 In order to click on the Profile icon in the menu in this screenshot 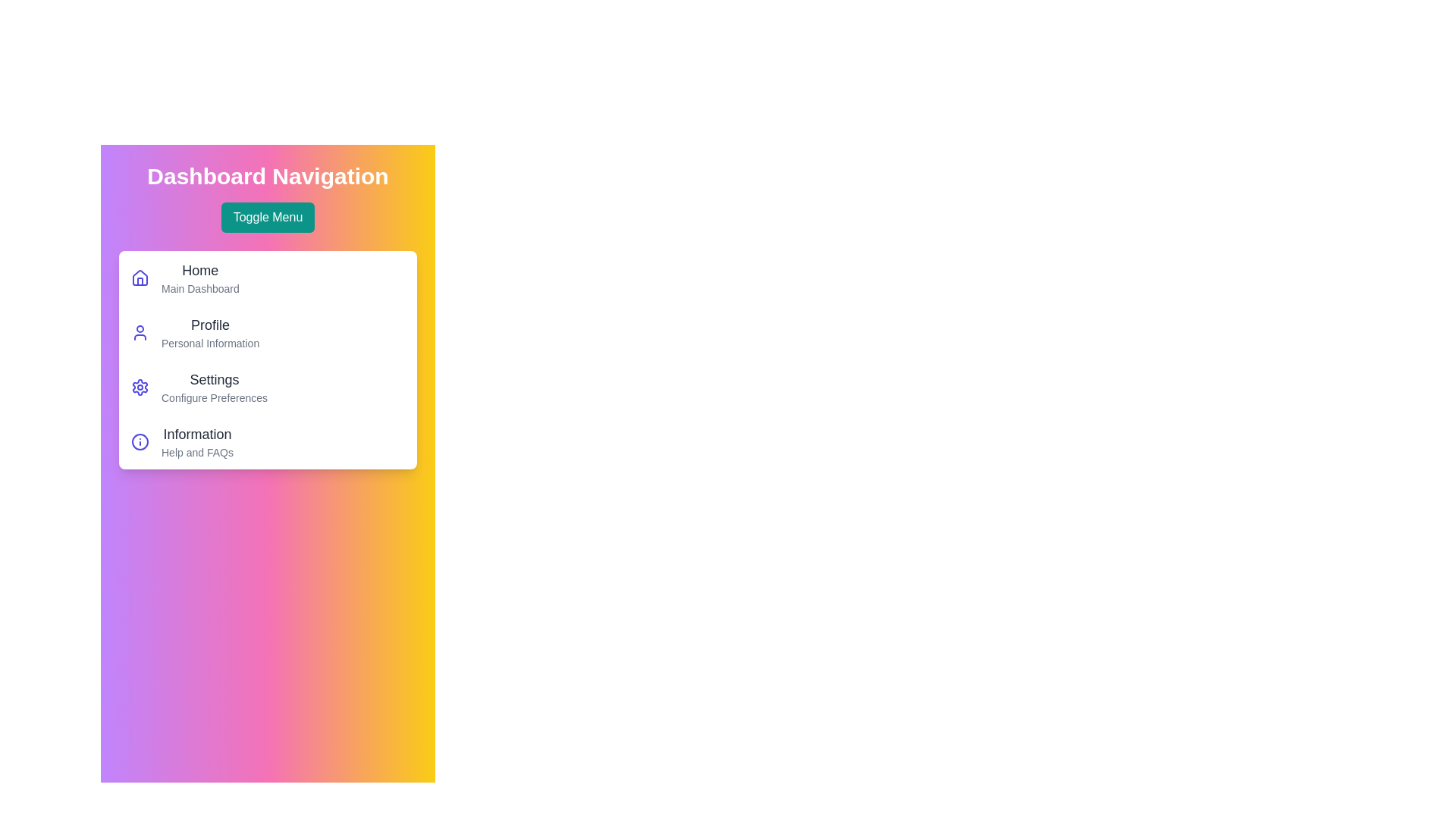, I will do `click(140, 332)`.